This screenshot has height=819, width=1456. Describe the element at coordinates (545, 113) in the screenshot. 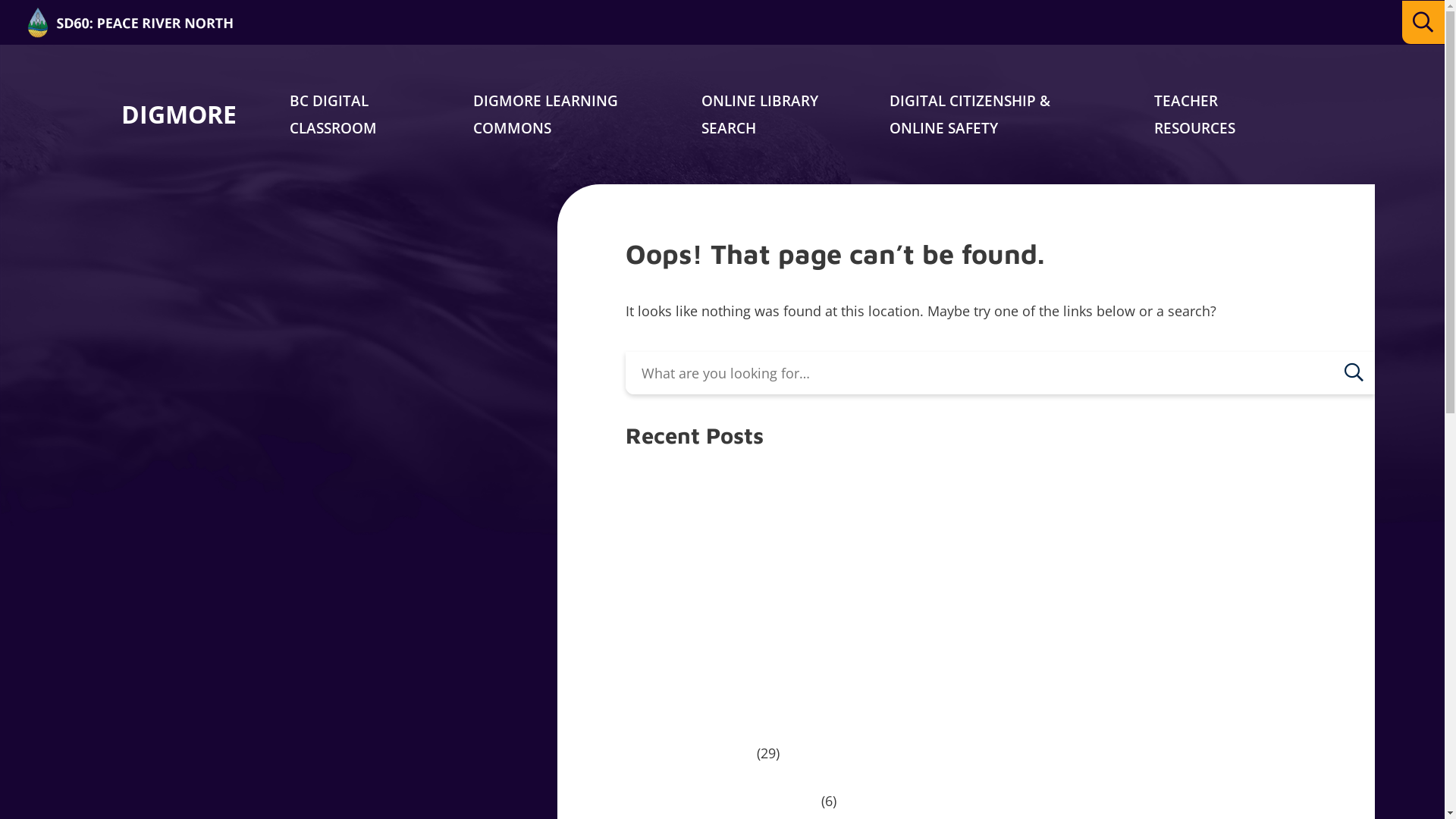

I see `'DIGMORE LEARNING COMMONS'` at that location.